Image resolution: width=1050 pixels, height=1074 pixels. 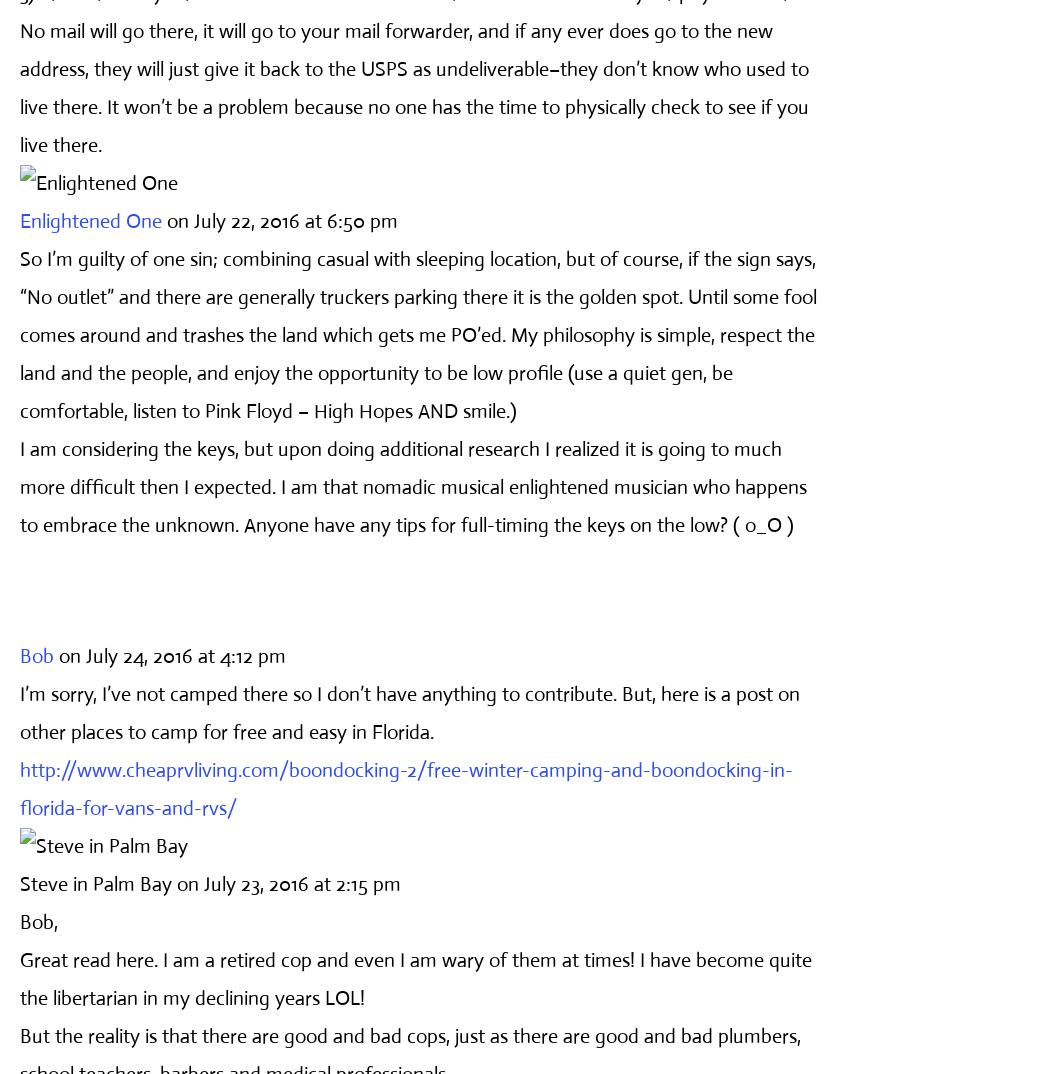 What do you see at coordinates (412, 486) in the screenshot?
I see `'I am considering the keys, but upon doing additional research I realized it is going to much more difficult then I expected. I am that nomadic musical enlightened musician who happens to embrace the unknown. Anyone have any tips for full-timing the keys on the low? ( o_O )'` at bounding box center [412, 486].